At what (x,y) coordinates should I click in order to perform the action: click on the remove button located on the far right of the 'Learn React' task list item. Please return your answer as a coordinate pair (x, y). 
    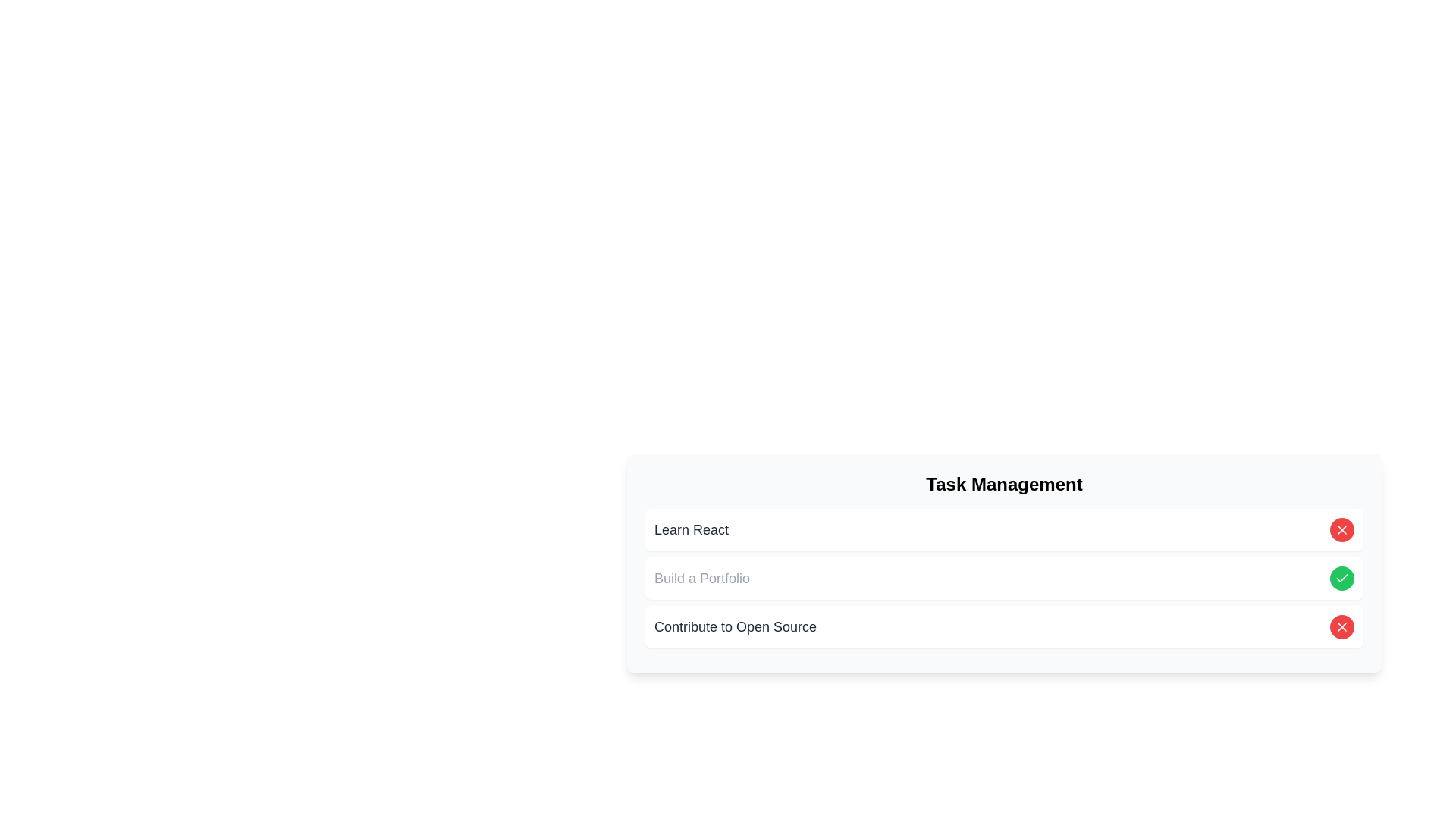
    Looking at the image, I should click on (1342, 529).